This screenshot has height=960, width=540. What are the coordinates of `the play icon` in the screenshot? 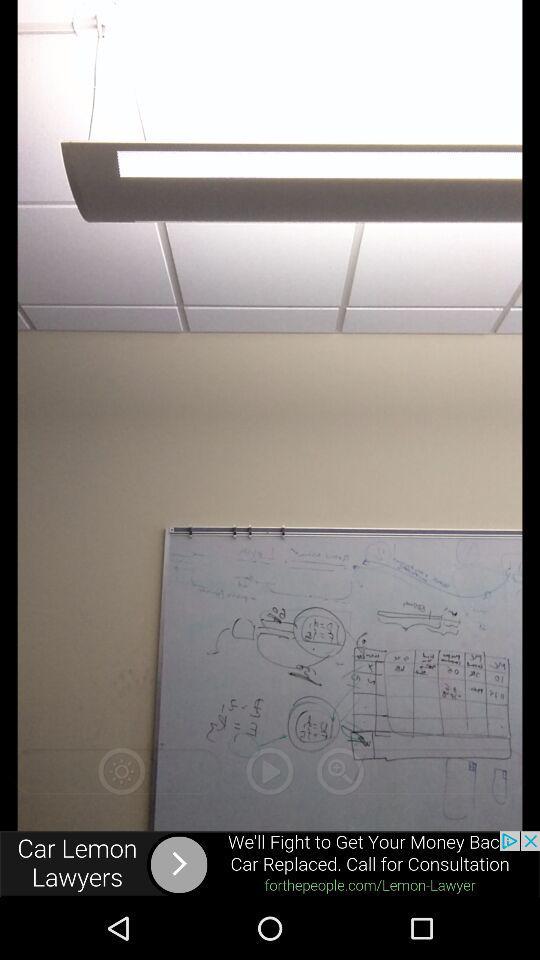 It's located at (270, 770).